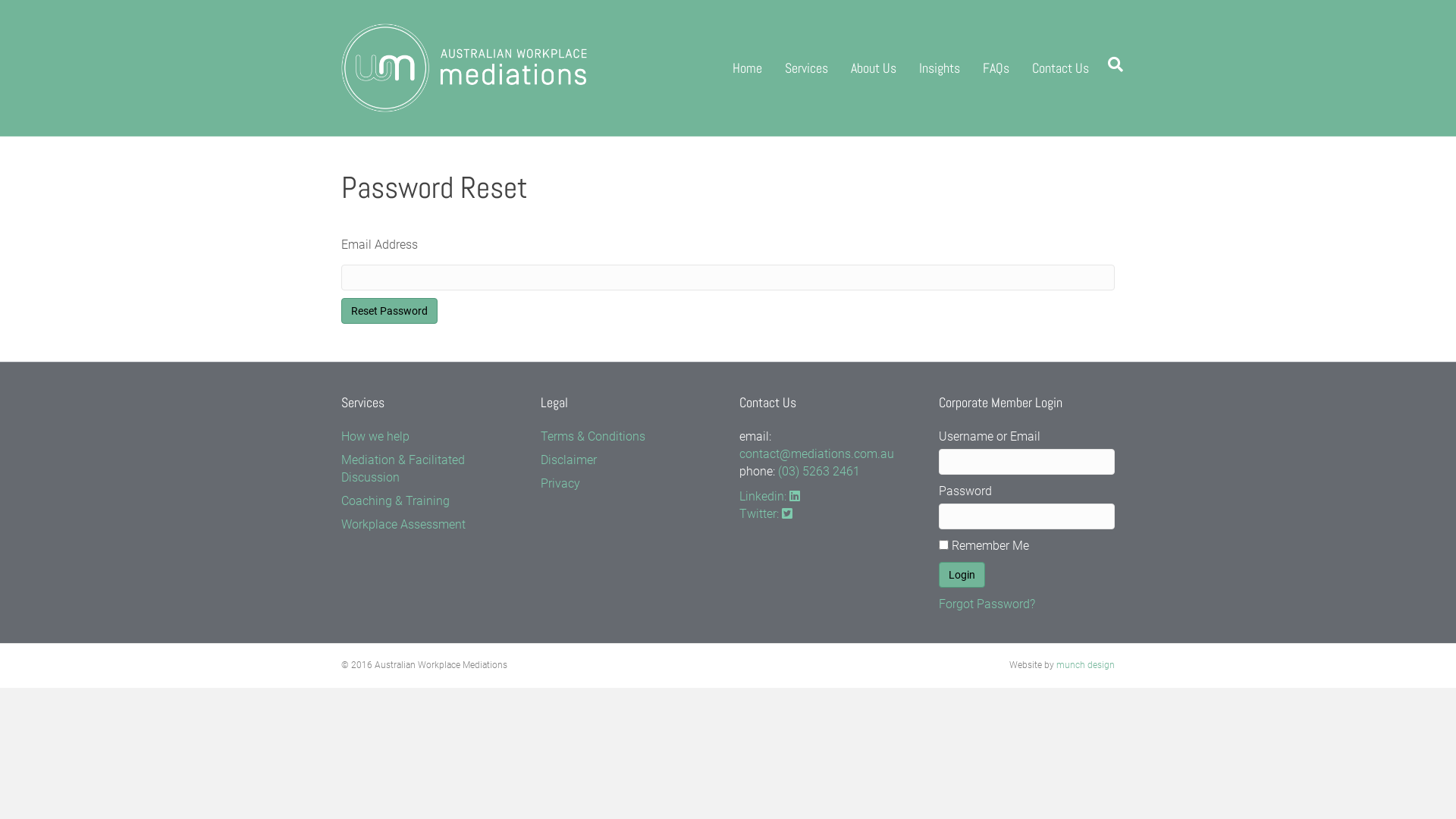 The width and height of the screenshot is (1456, 819). Describe the element at coordinates (340, 309) in the screenshot. I see `'Reset Password'` at that location.